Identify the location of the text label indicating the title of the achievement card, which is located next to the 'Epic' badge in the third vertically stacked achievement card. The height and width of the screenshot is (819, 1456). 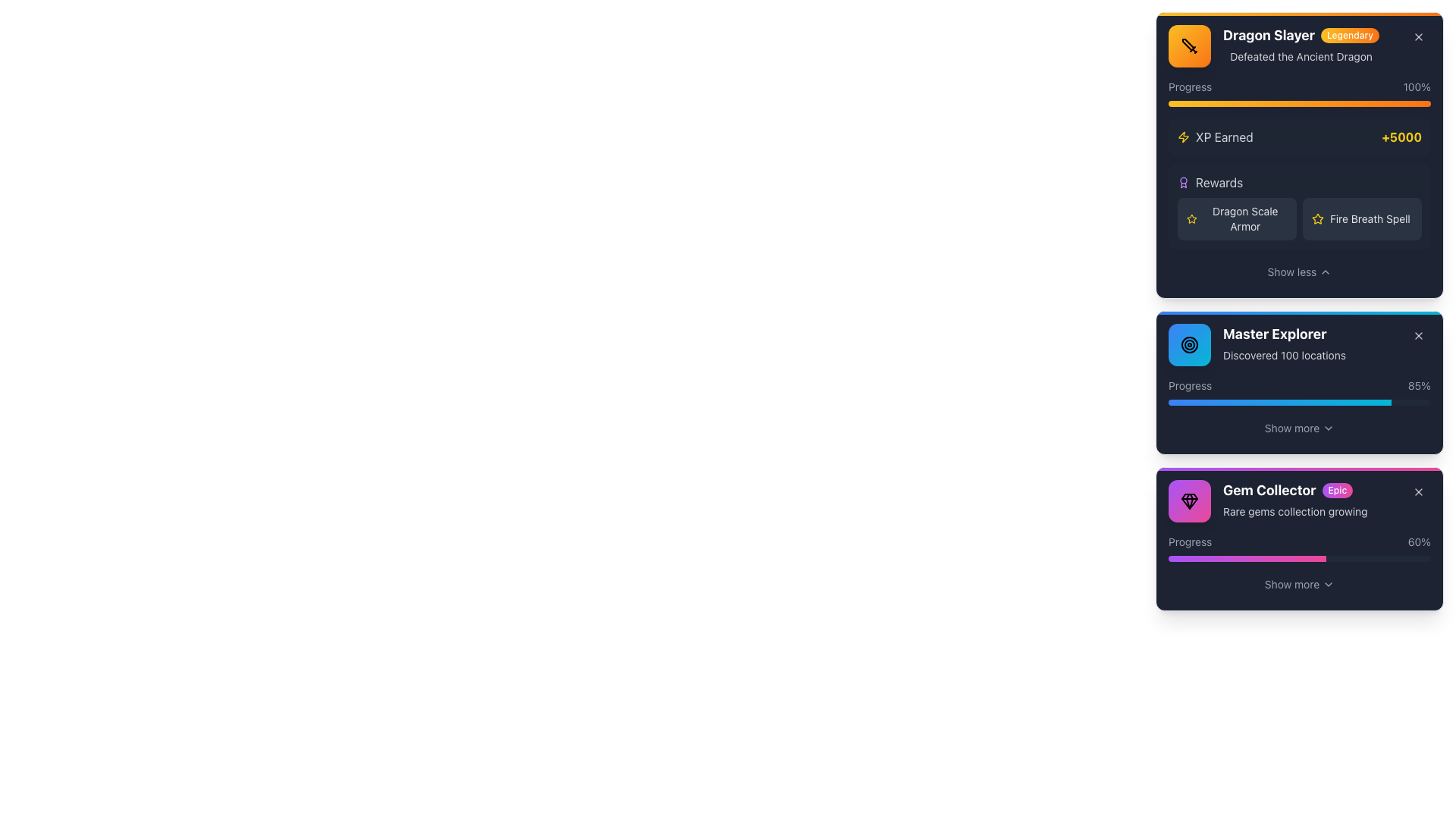
(1269, 491).